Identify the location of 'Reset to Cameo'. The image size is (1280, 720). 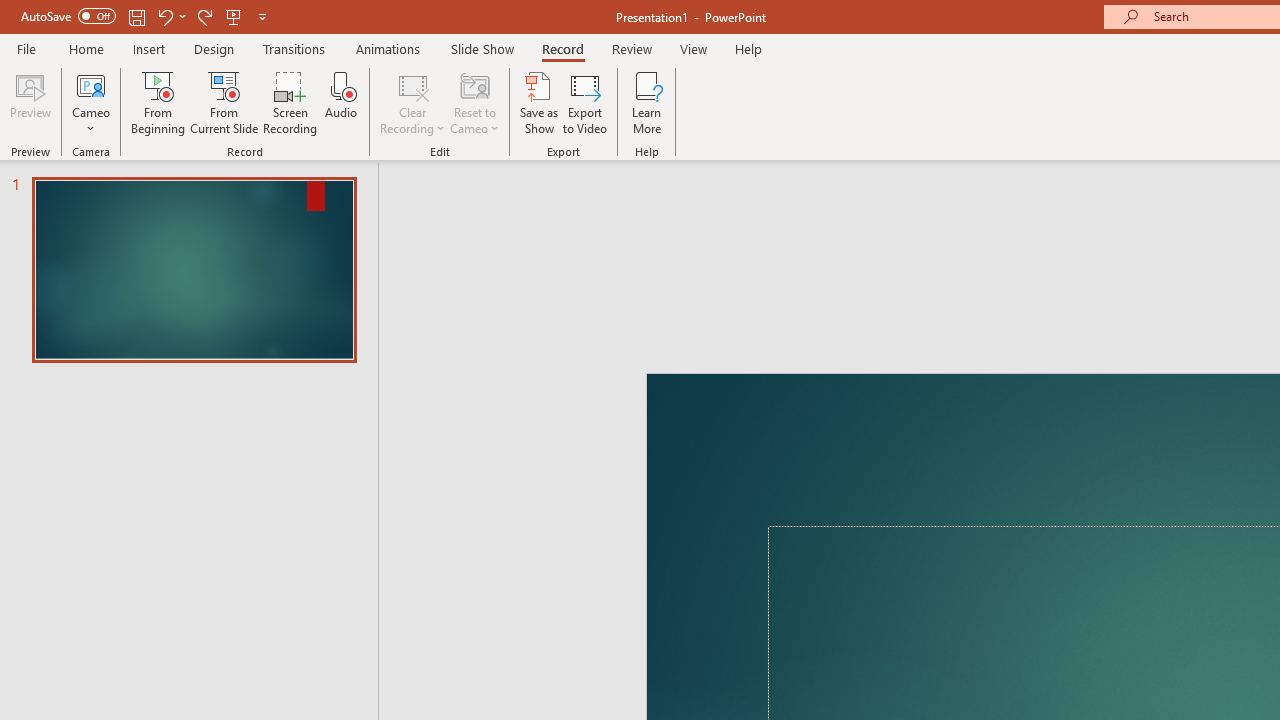
(473, 103).